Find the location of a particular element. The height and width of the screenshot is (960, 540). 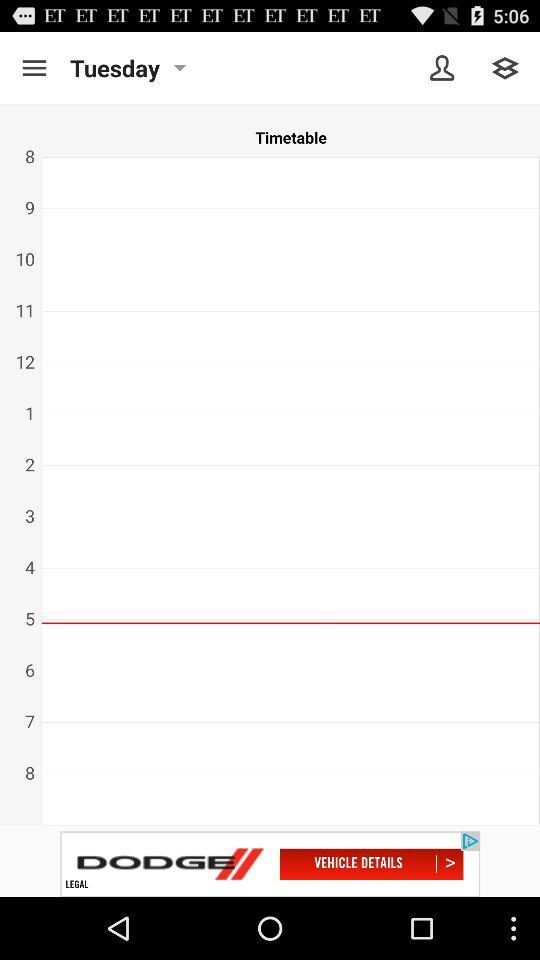

profile is located at coordinates (442, 68).